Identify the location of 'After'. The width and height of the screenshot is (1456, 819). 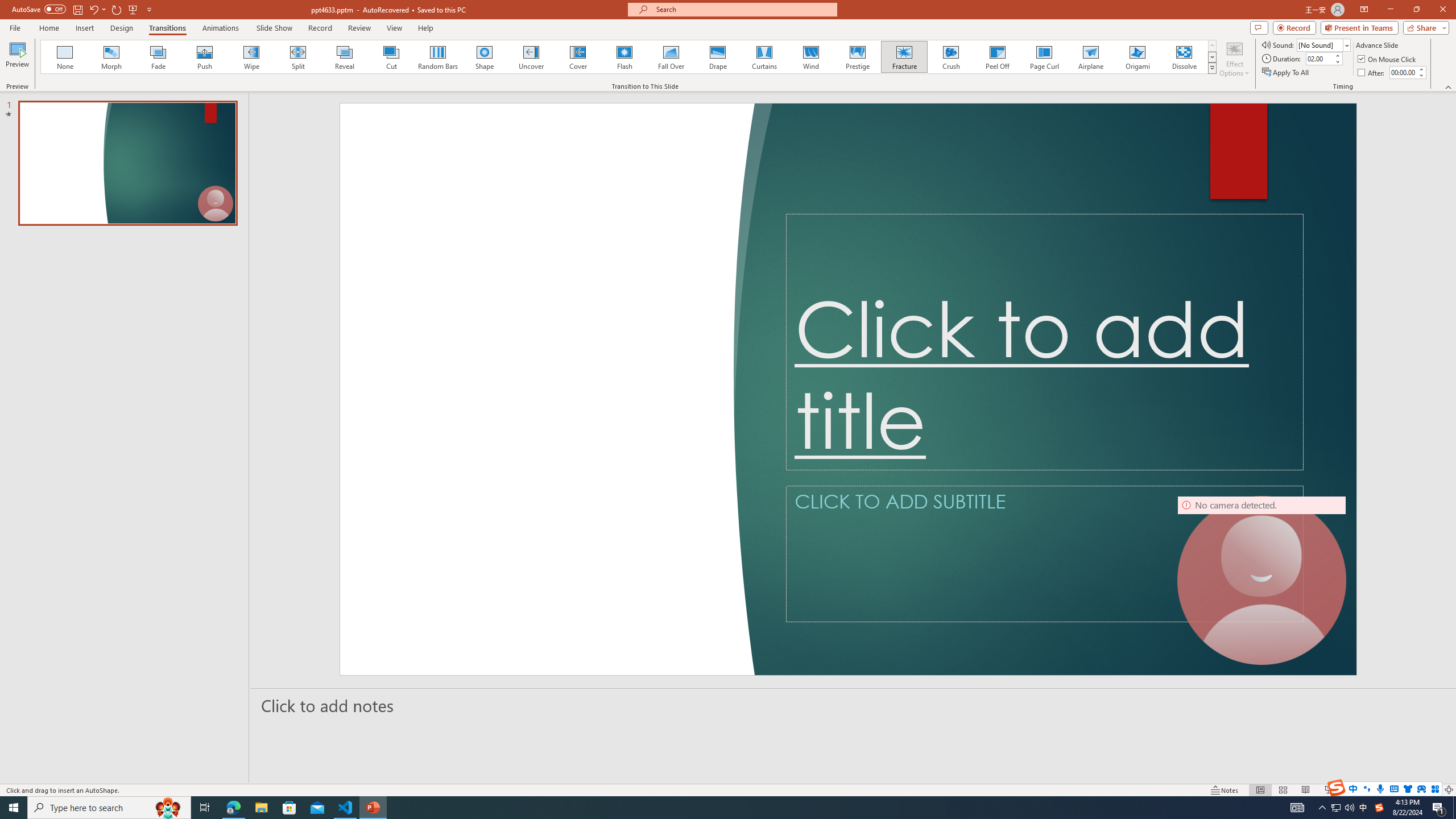
(1403, 72).